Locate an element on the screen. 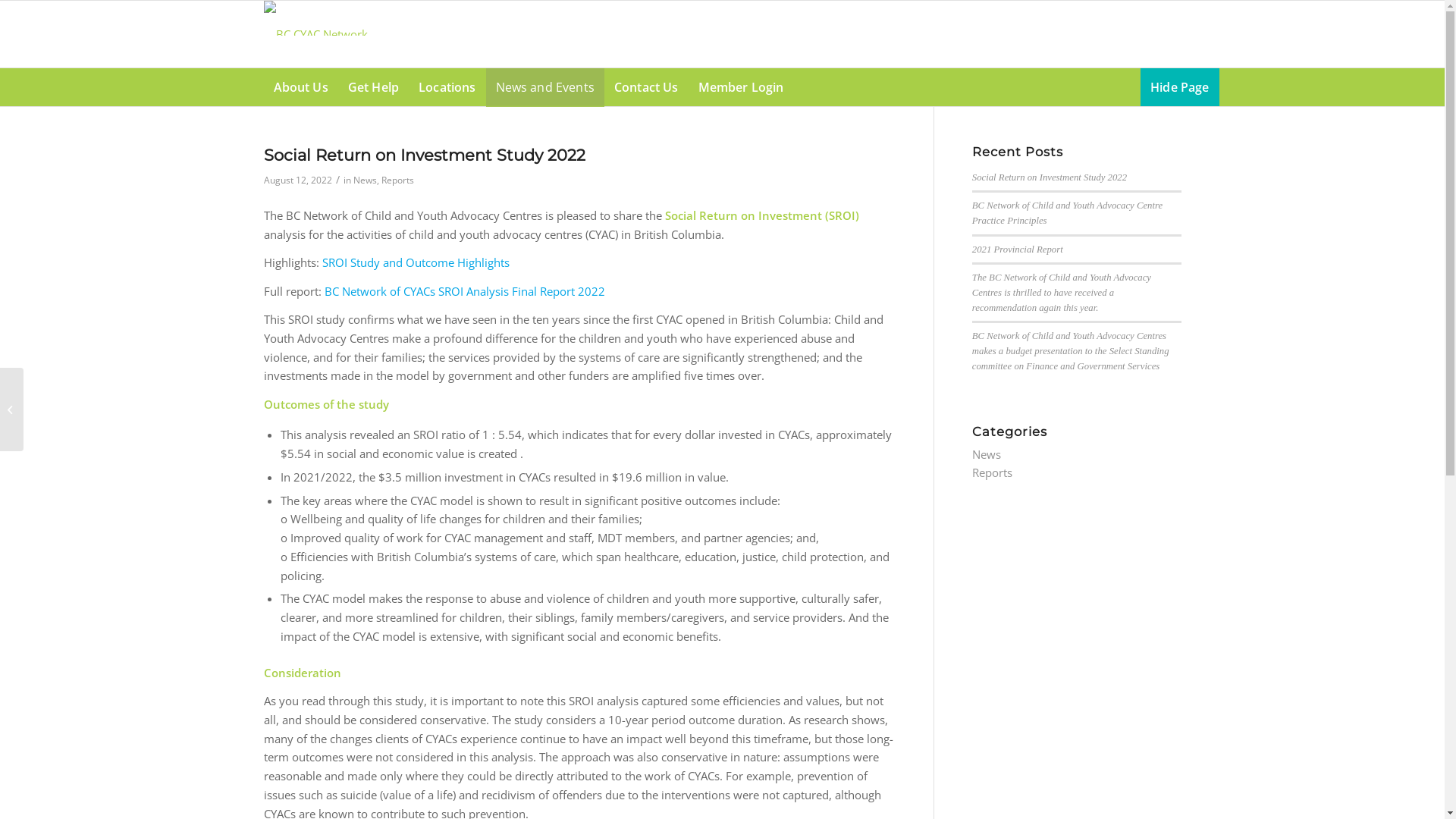  'SROI Study and Outcome Highlights' is located at coordinates (415, 262).